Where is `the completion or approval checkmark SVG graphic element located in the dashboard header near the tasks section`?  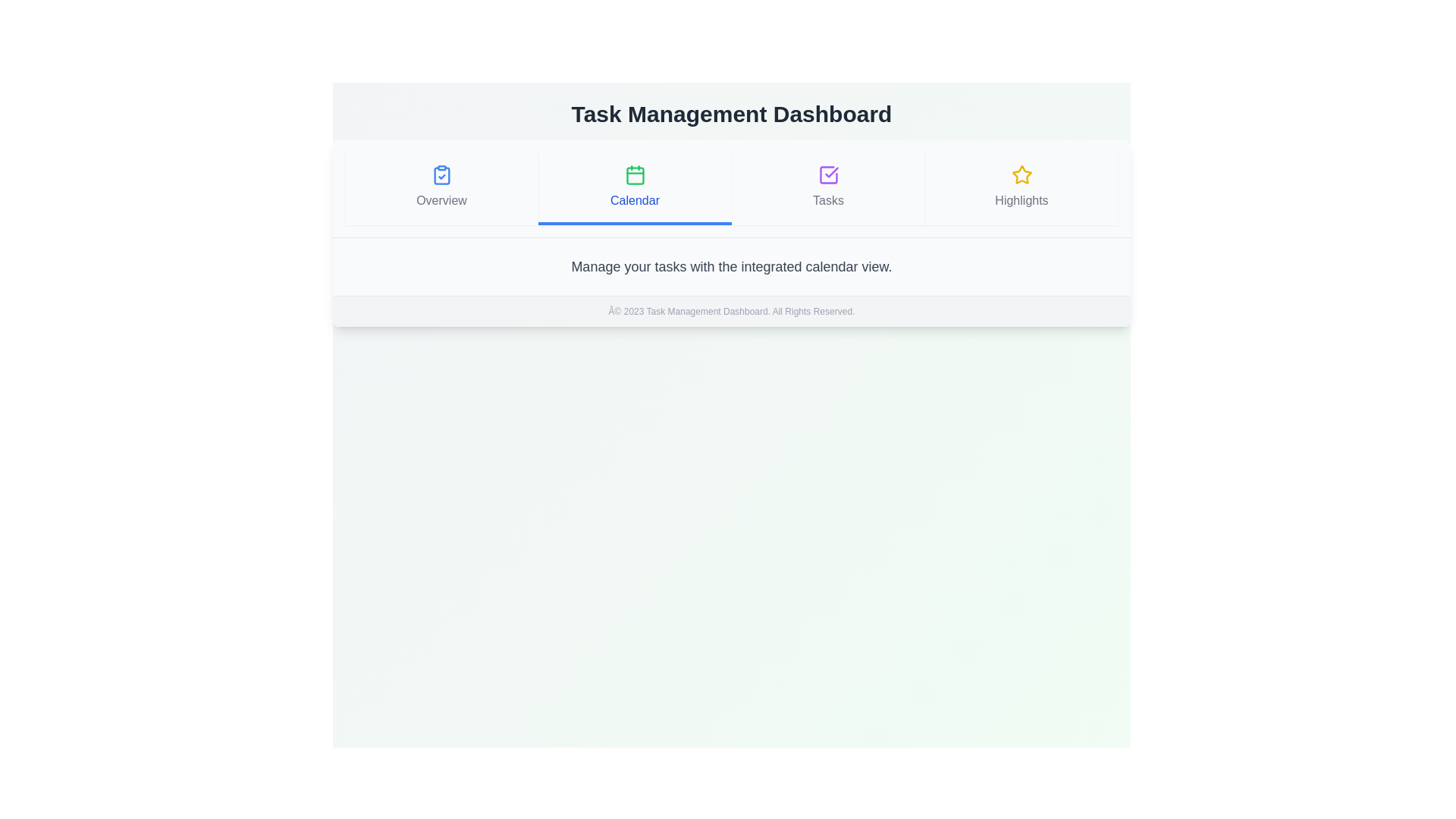
the completion or approval checkmark SVG graphic element located in the dashboard header near the tasks section is located at coordinates (830, 171).